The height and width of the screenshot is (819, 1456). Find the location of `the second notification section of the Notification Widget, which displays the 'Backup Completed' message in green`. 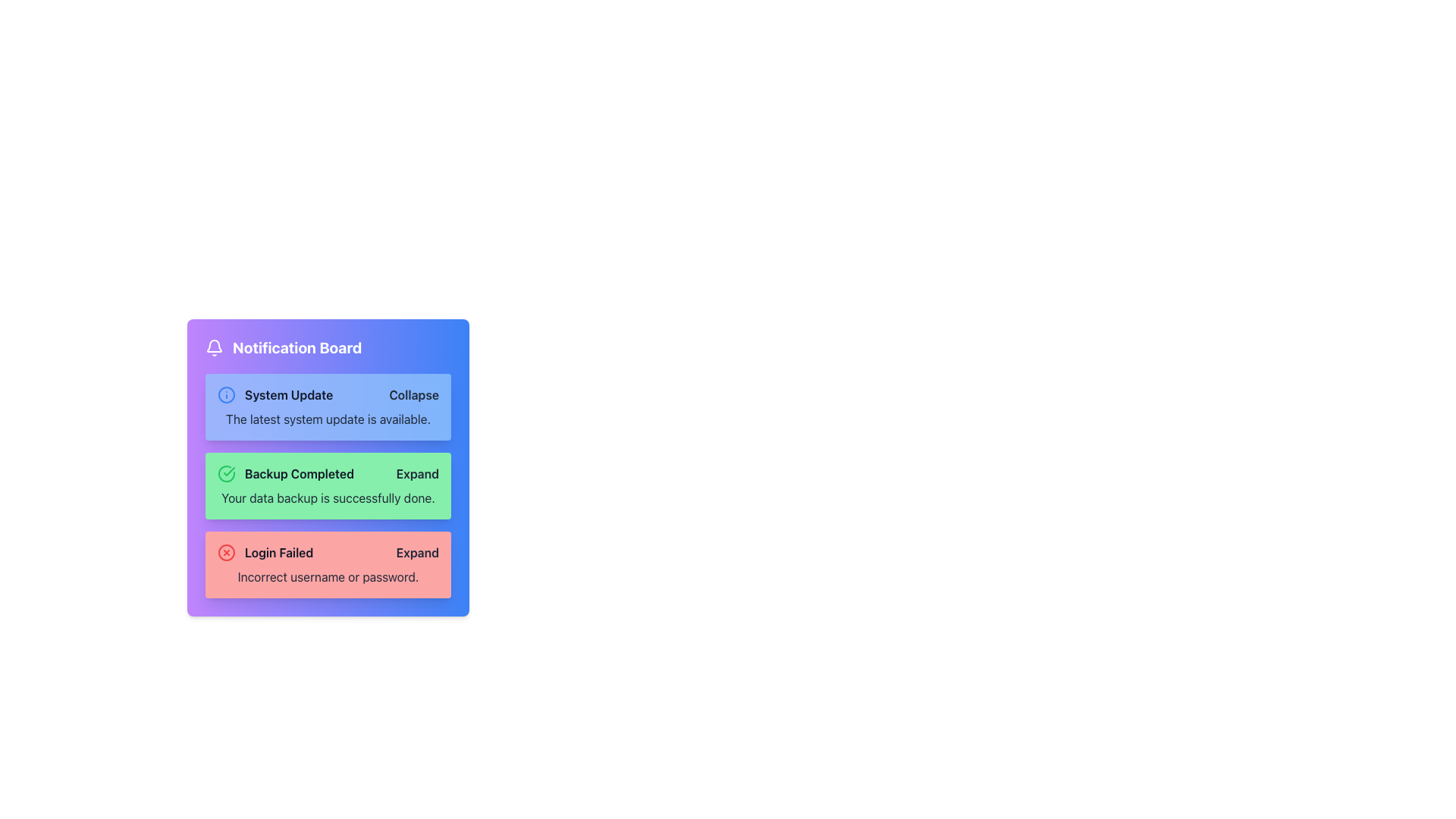

the second notification section of the Notification Widget, which displays the 'Backup Completed' message in green is located at coordinates (327, 467).